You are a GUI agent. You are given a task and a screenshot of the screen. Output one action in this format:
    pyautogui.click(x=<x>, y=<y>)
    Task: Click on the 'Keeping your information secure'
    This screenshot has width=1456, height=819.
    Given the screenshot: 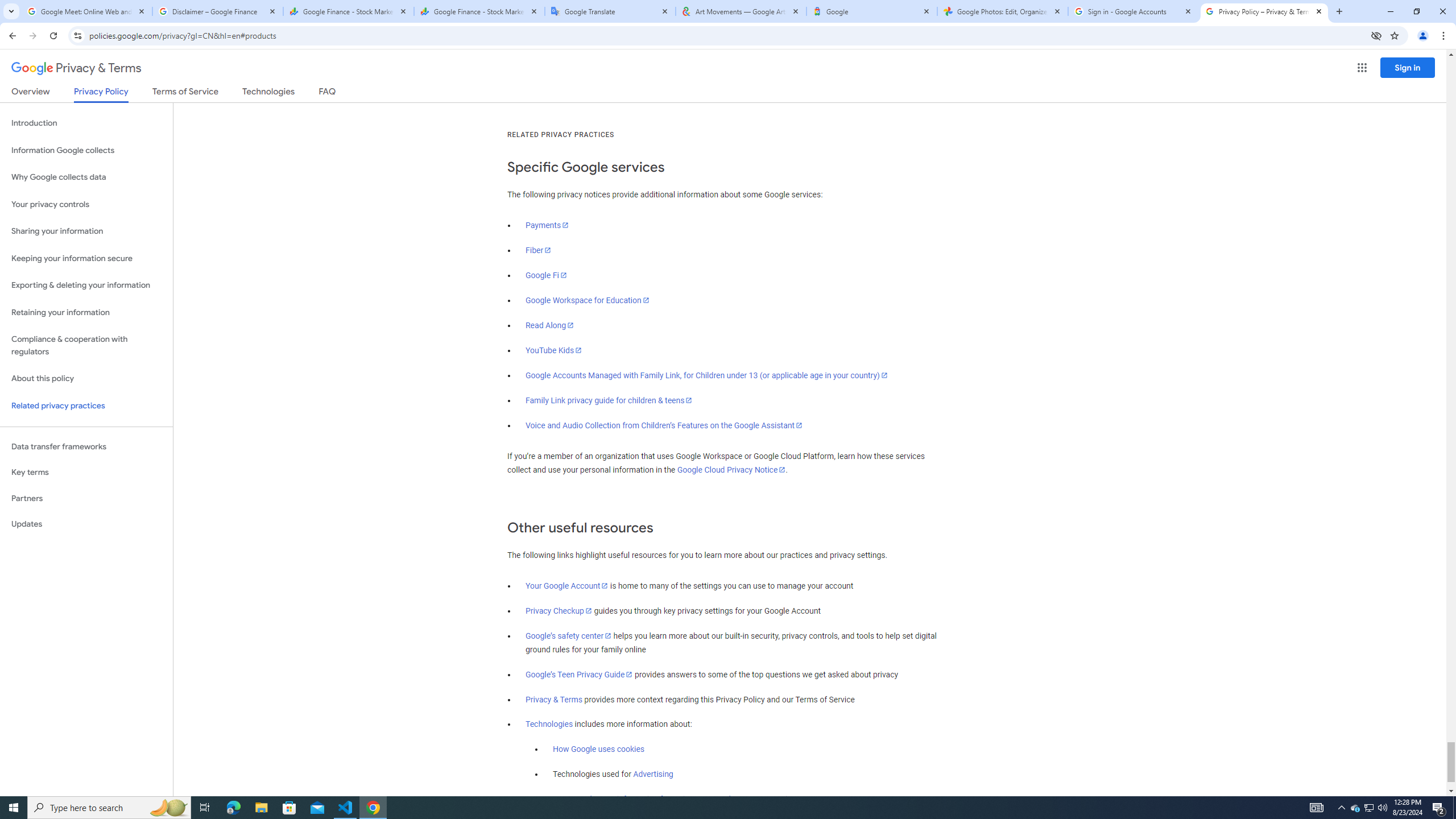 What is the action you would take?
    pyautogui.click(x=86, y=259)
    